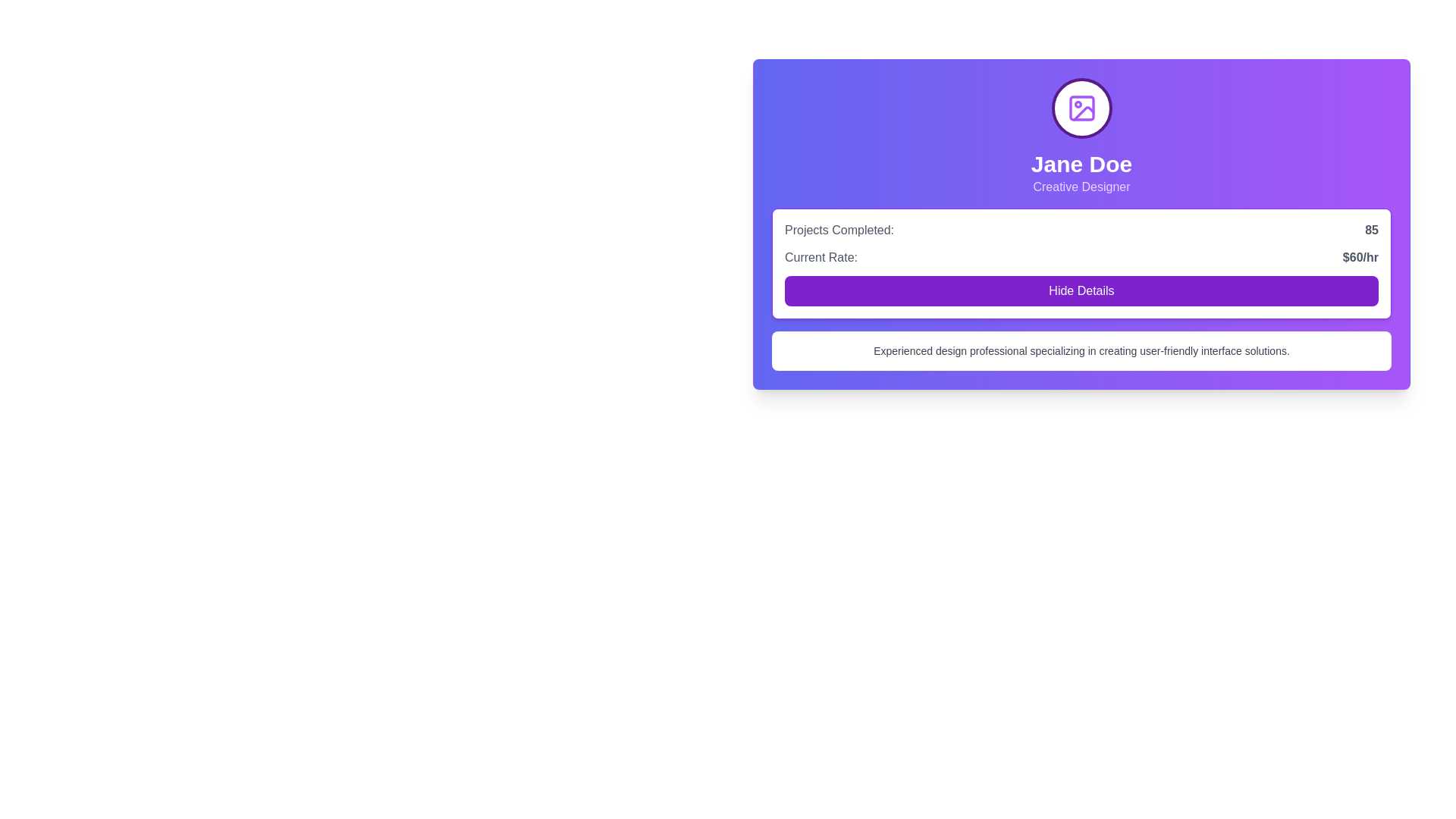  What do you see at coordinates (1081, 186) in the screenshot?
I see `the text label indicating the role or position associated with 'Jane Doe', which is positioned directly below her name and above the 'Projects Completed' section` at bounding box center [1081, 186].